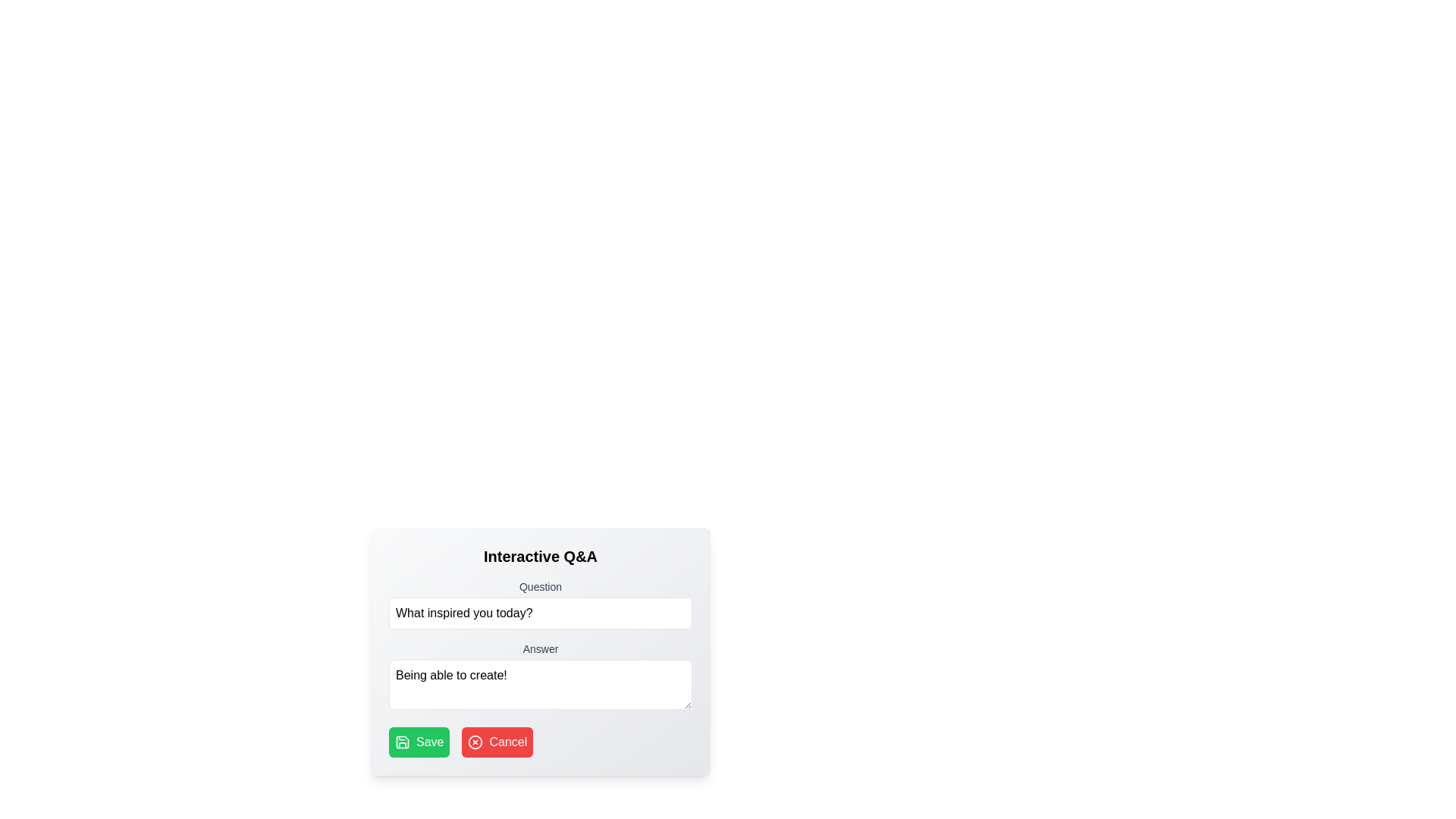 This screenshot has width=1456, height=819. I want to click on the text heading element that reads 'Interactive Q&A', styled in bold and larger font, positioned at the top of its section, so click(541, 556).